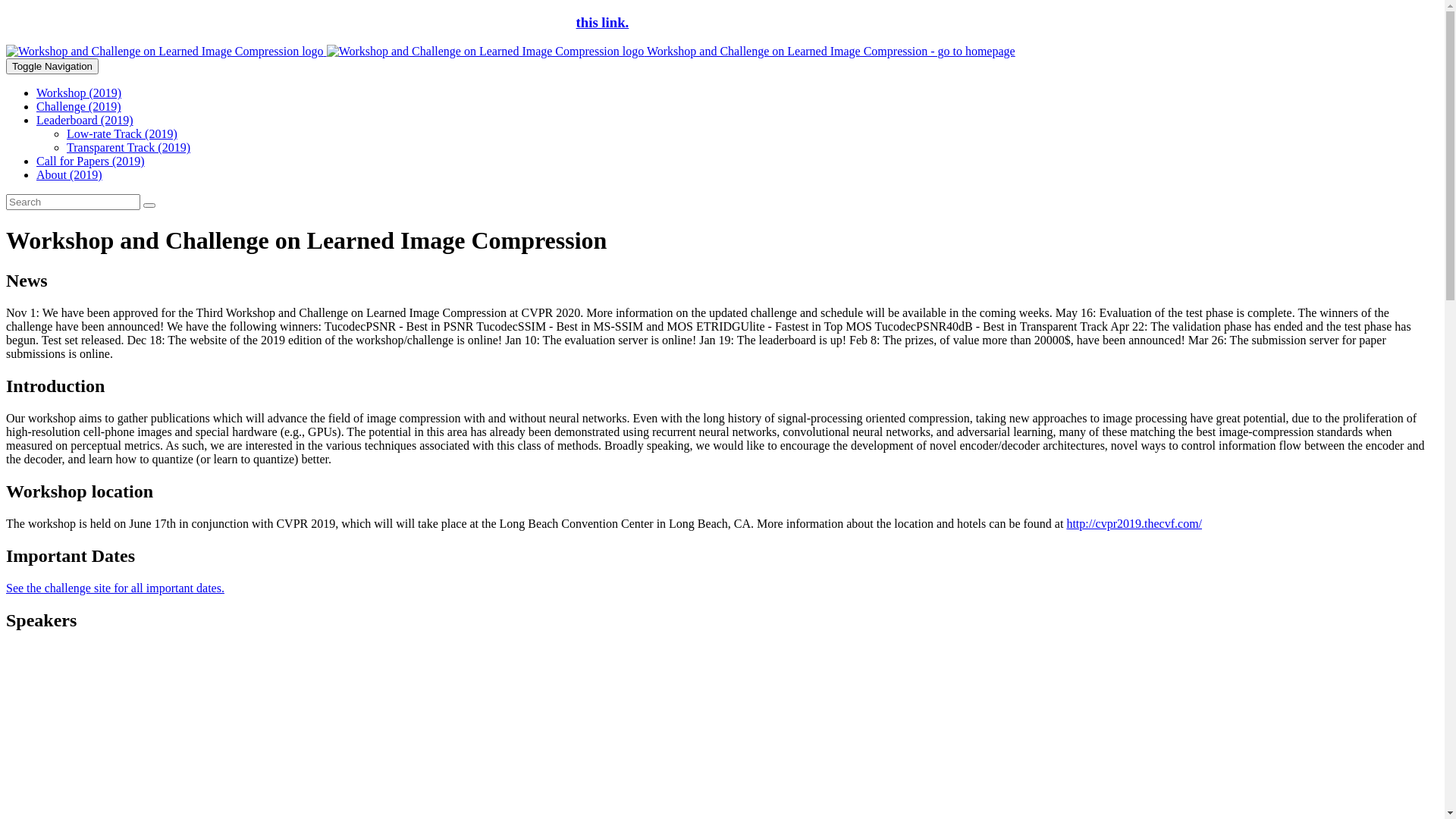 This screenshot has height=819, width=1456. I want to click on 'Call for Papers (2019)', so click(89, 161).